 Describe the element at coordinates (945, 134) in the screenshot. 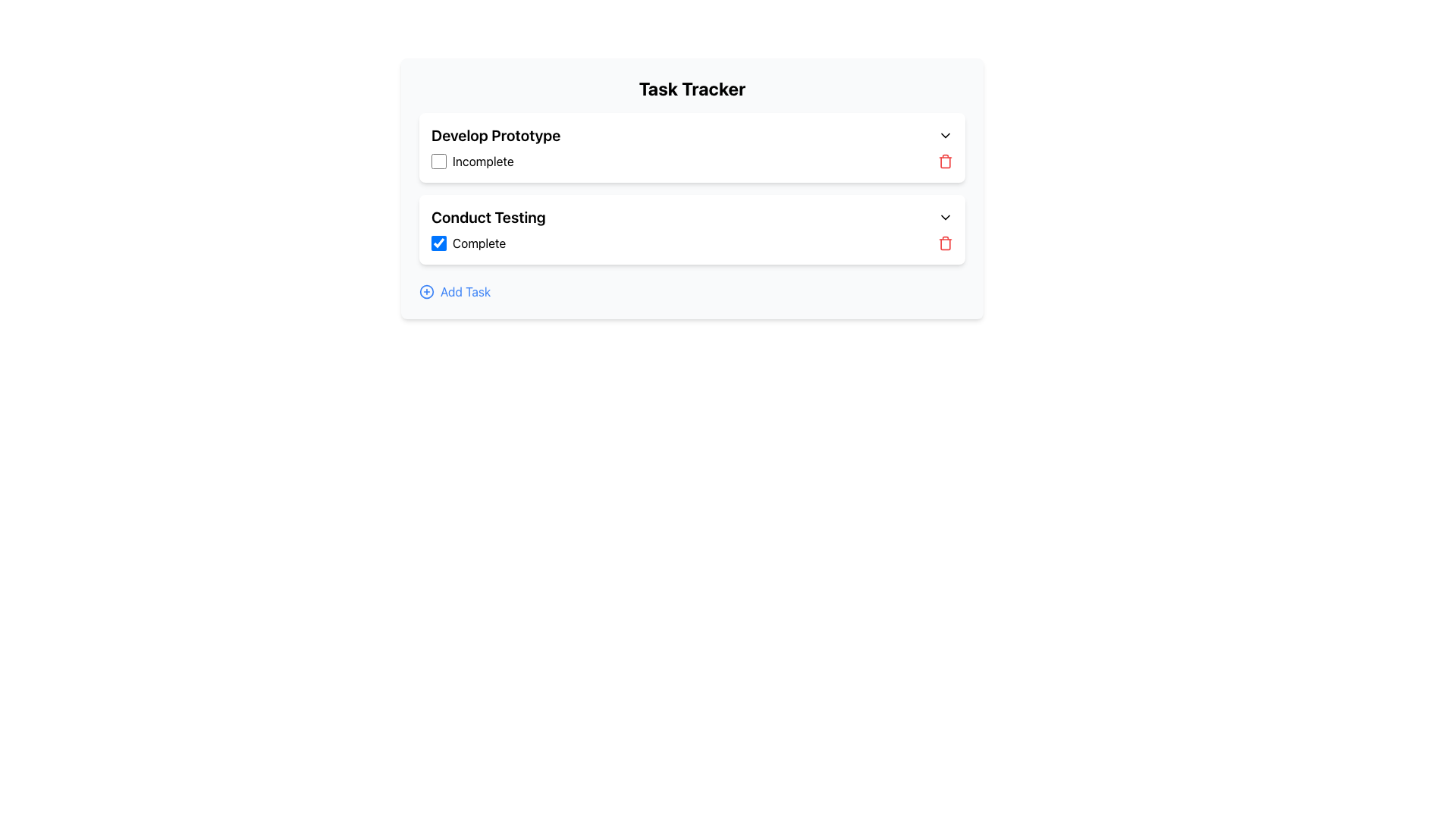

I see `the downward-pointing chevron icon on the right side of the 'Develop Prototype' task row` at that location.